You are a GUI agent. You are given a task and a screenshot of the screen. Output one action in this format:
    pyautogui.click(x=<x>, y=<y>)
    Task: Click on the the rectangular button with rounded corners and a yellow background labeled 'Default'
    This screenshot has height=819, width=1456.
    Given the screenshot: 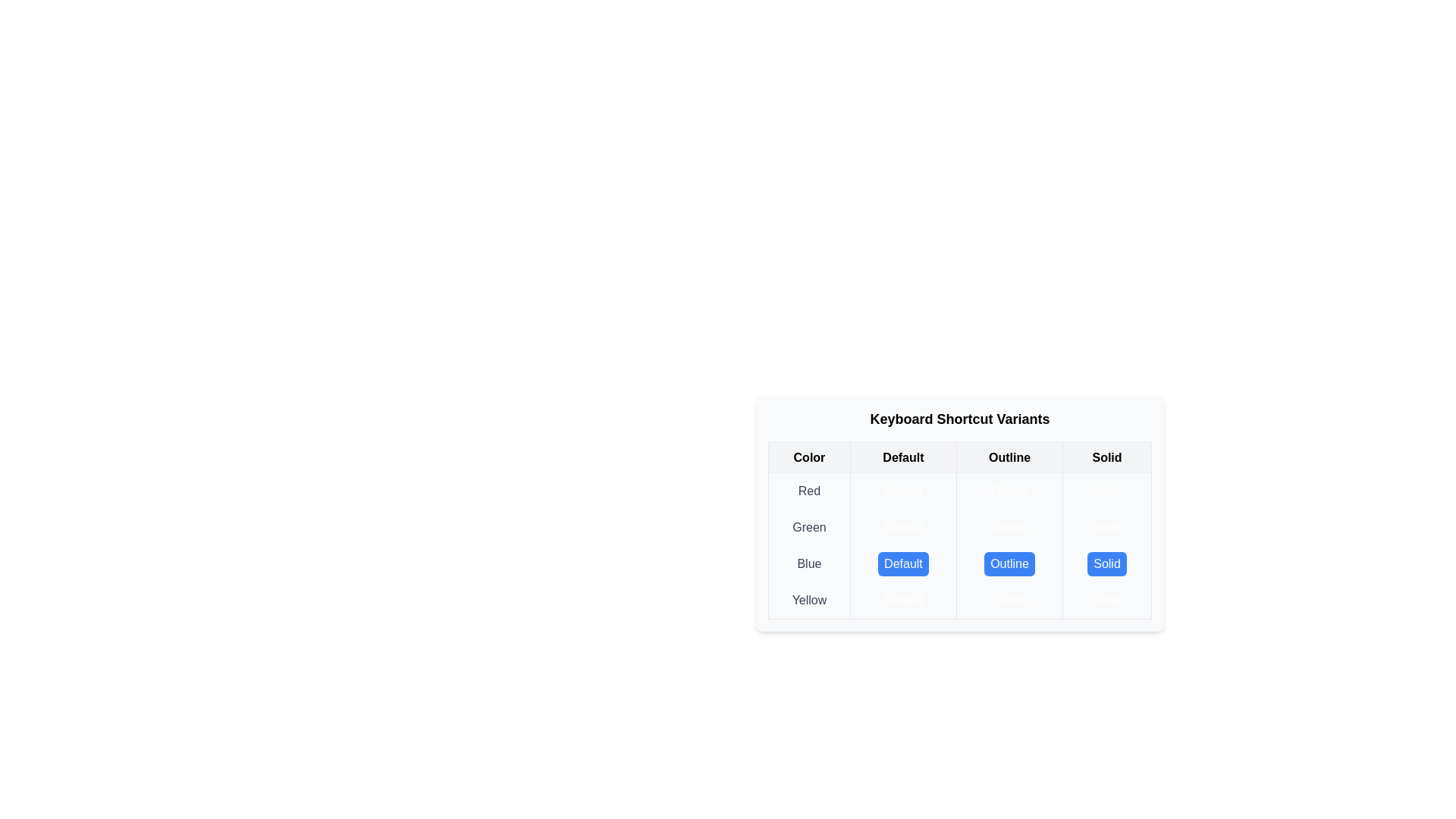 What is the action you would take?
    pyautogui.click(x=902, y=599)
    